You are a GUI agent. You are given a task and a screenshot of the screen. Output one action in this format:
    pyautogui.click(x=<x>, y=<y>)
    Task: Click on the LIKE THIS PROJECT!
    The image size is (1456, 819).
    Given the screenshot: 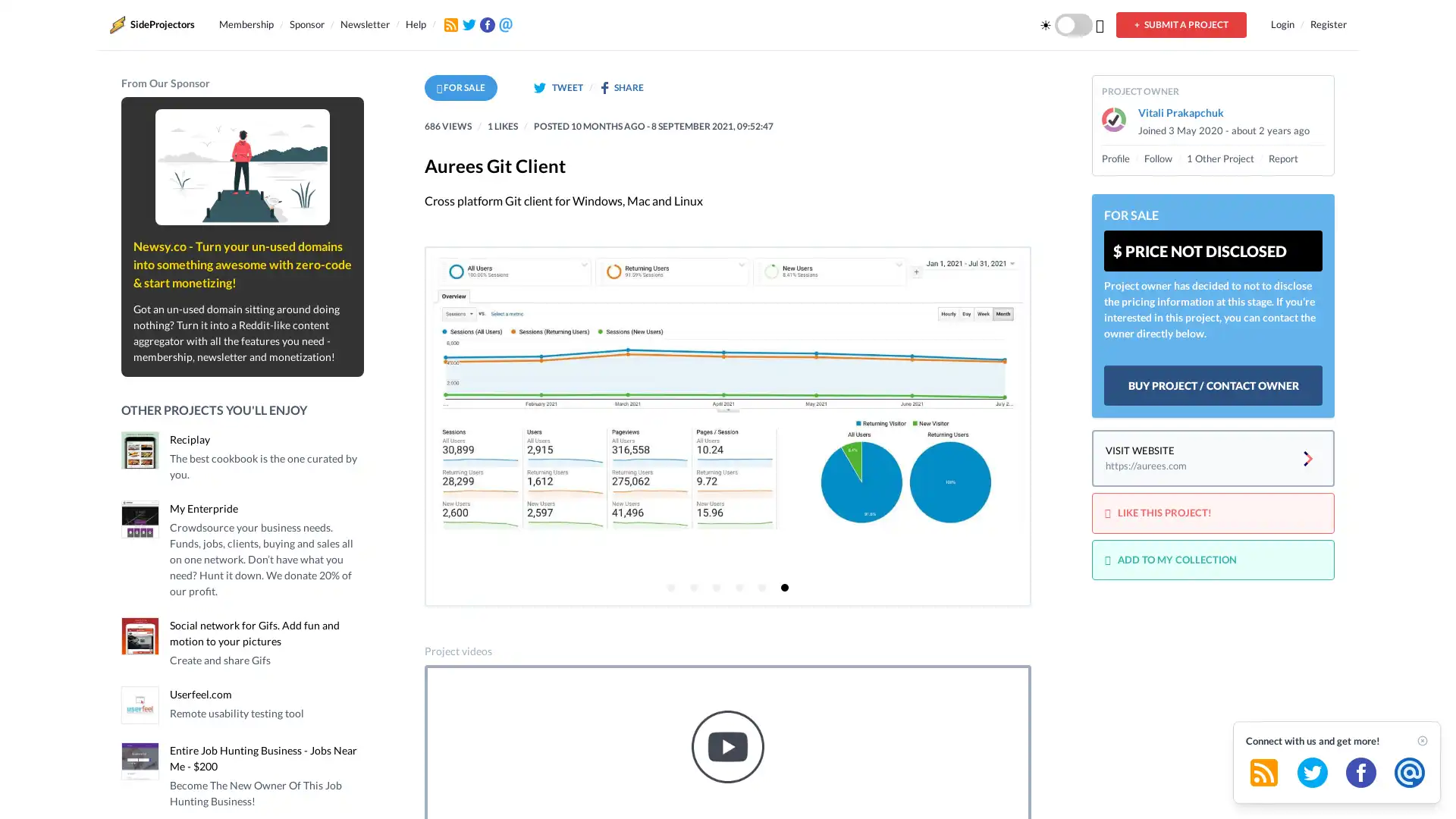 What is the action you would take?
    pyautogui.click(x=1212, y=512)
    